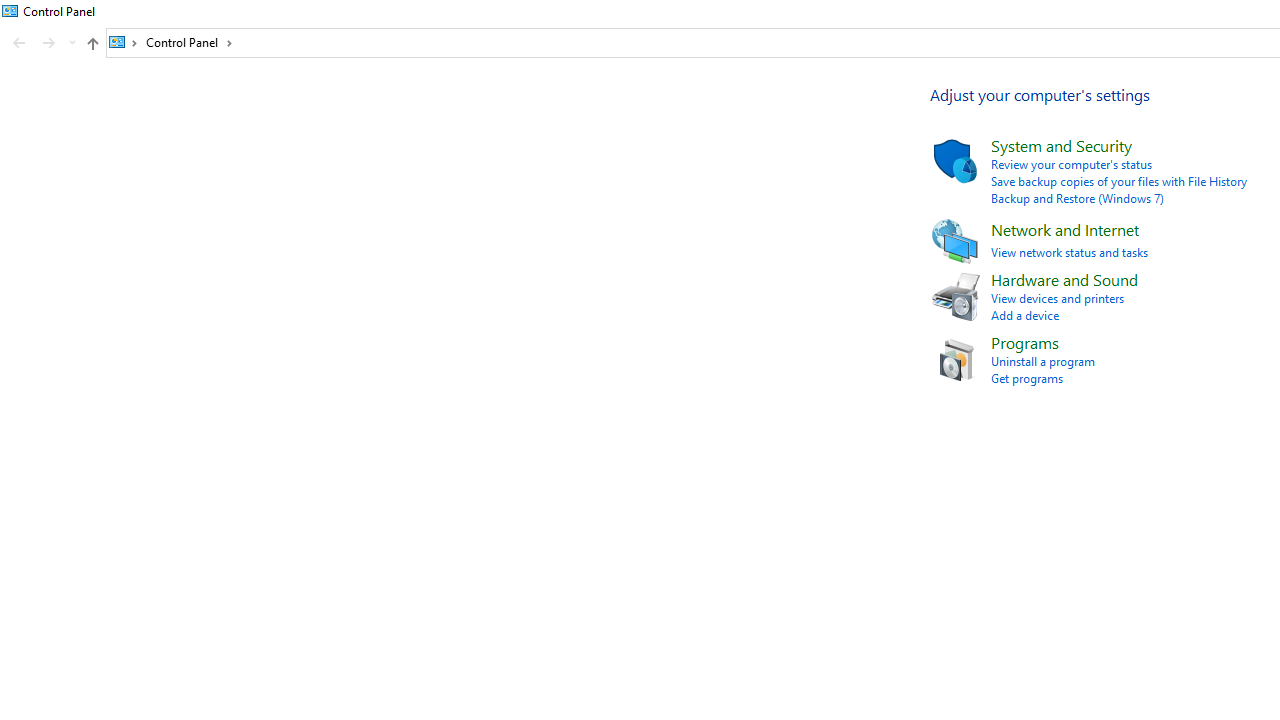 The image size is (1280, 720). Describe the element at coordinates (1056, 298) in the screenshot. I see `'View devices and printers'` at that location.